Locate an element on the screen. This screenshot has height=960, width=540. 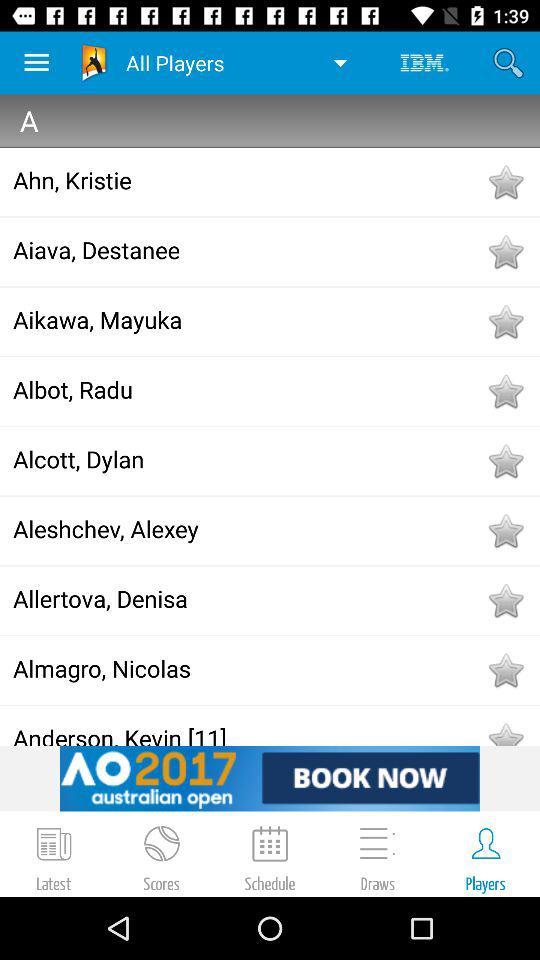
to favorites is located at coordinates (504, 251).